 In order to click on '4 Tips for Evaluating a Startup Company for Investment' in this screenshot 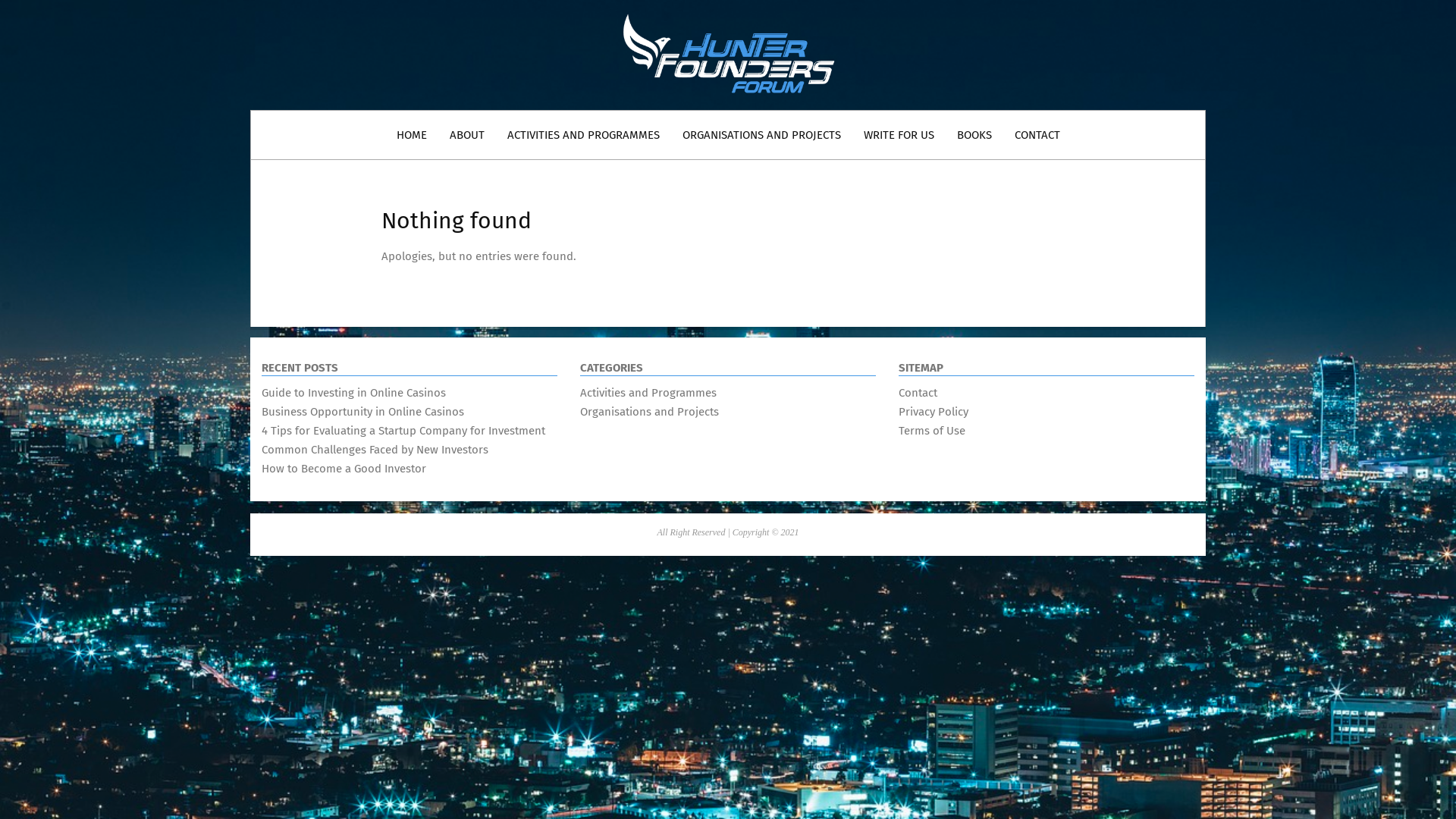, I will do `click(403, 430)`.